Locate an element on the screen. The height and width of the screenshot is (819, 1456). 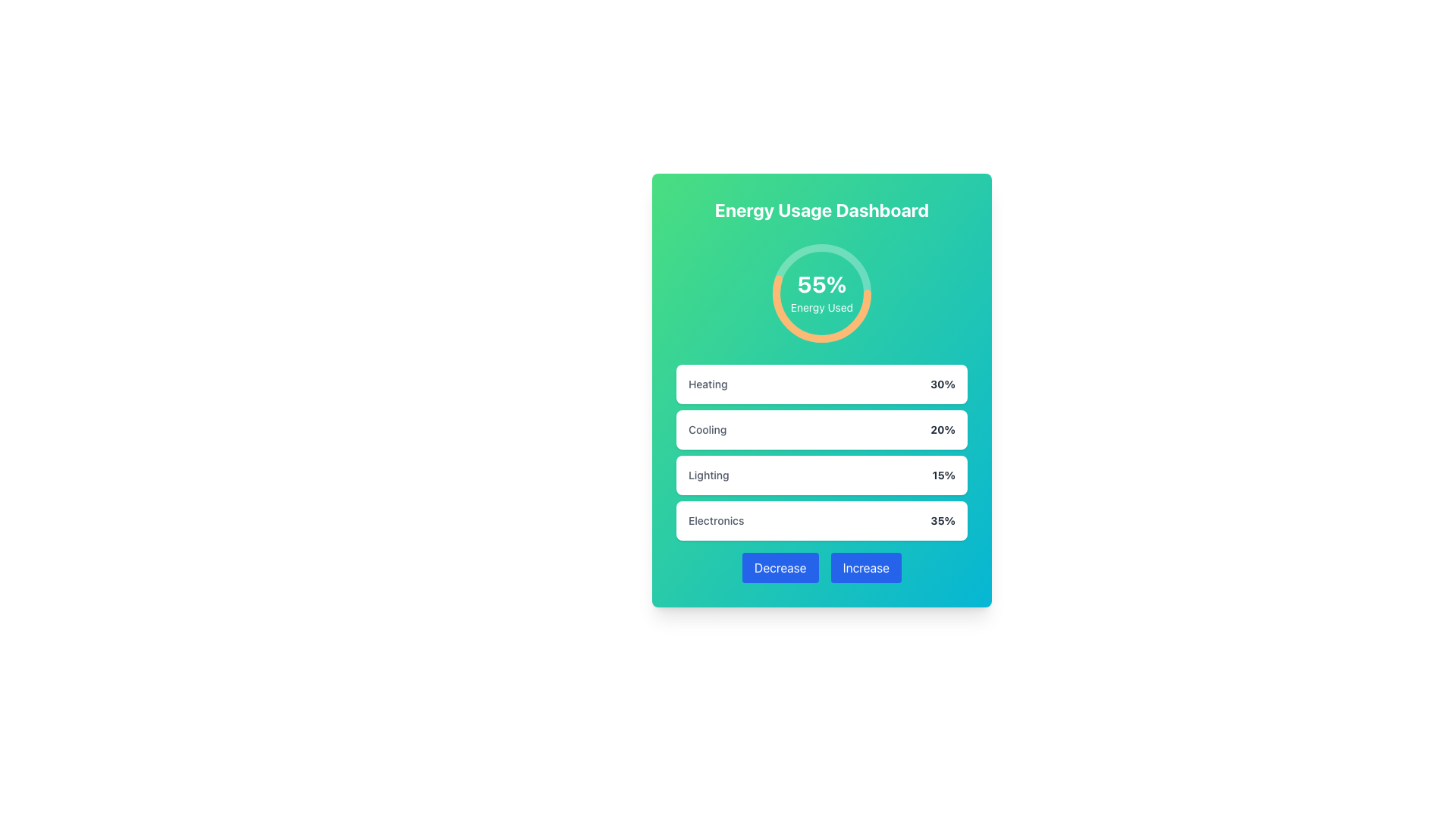
the dashboard header text label element for accessibility purposes by moving the cursor to its center point is located at coordinates (821, 210).